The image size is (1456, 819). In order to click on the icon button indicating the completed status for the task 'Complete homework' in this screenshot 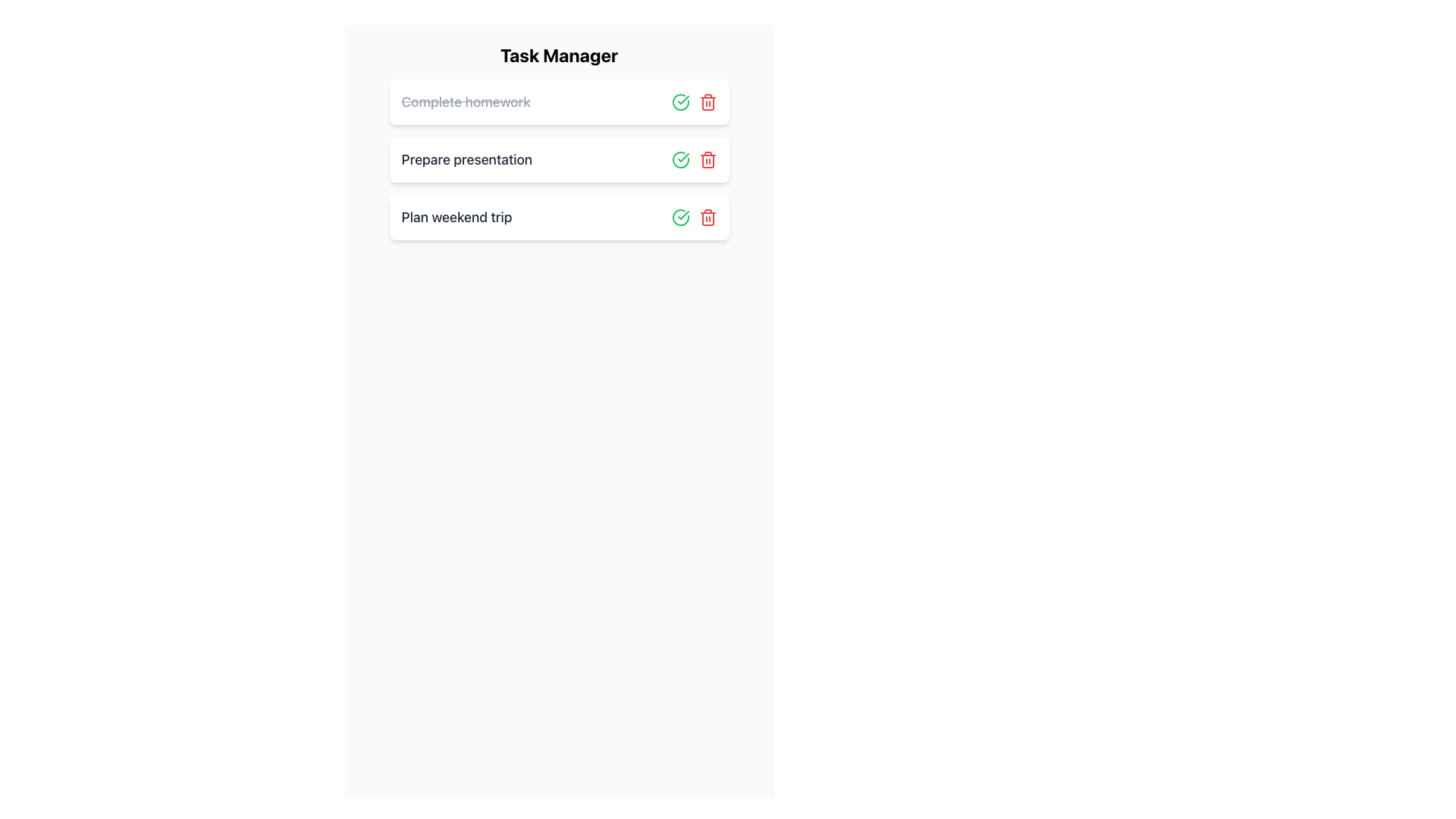, I will do `click(679, 102)`.